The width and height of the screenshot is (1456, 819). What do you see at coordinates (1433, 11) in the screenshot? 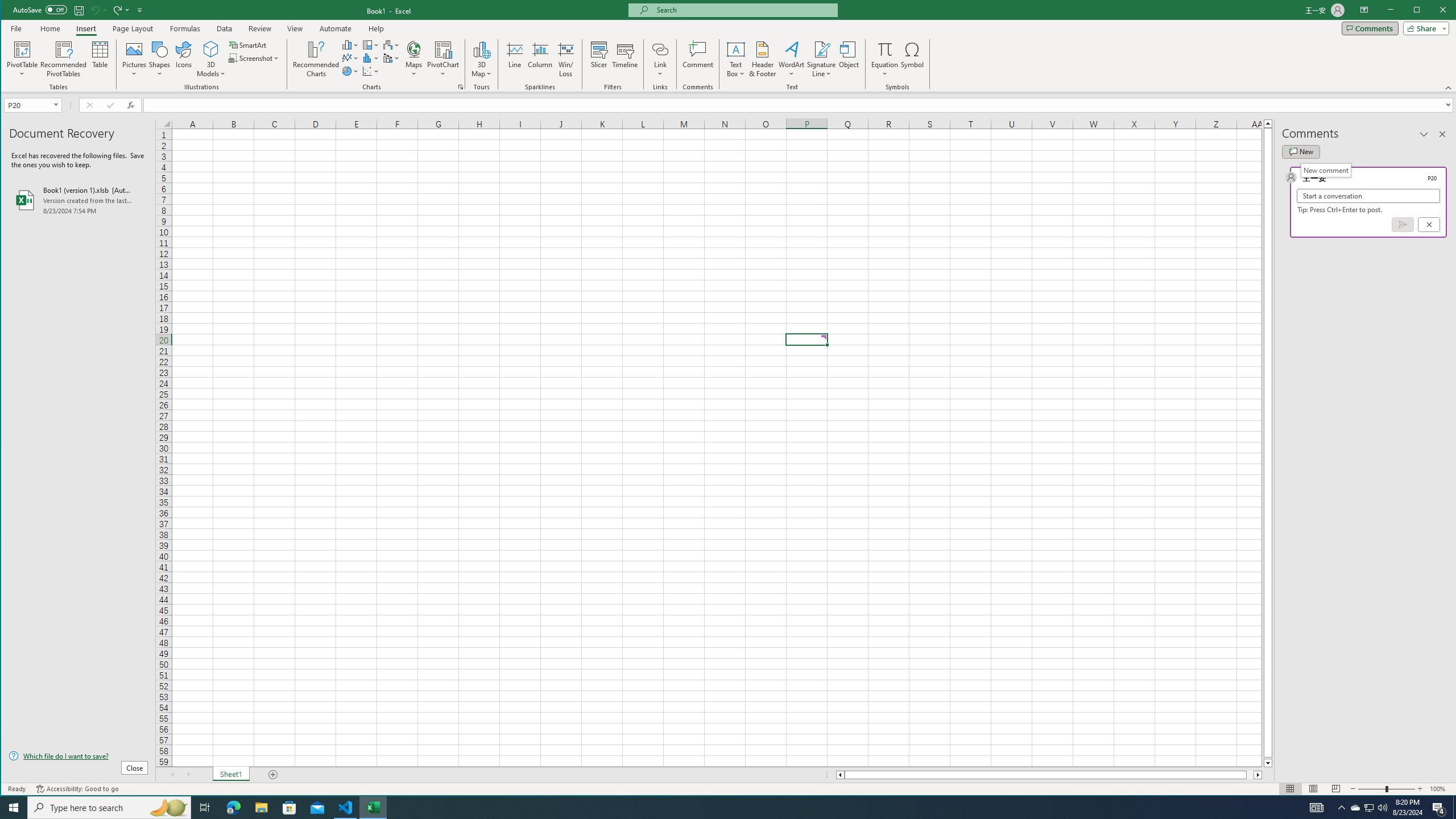
I see `'Maximize'` at bounding box center [1433, 11].